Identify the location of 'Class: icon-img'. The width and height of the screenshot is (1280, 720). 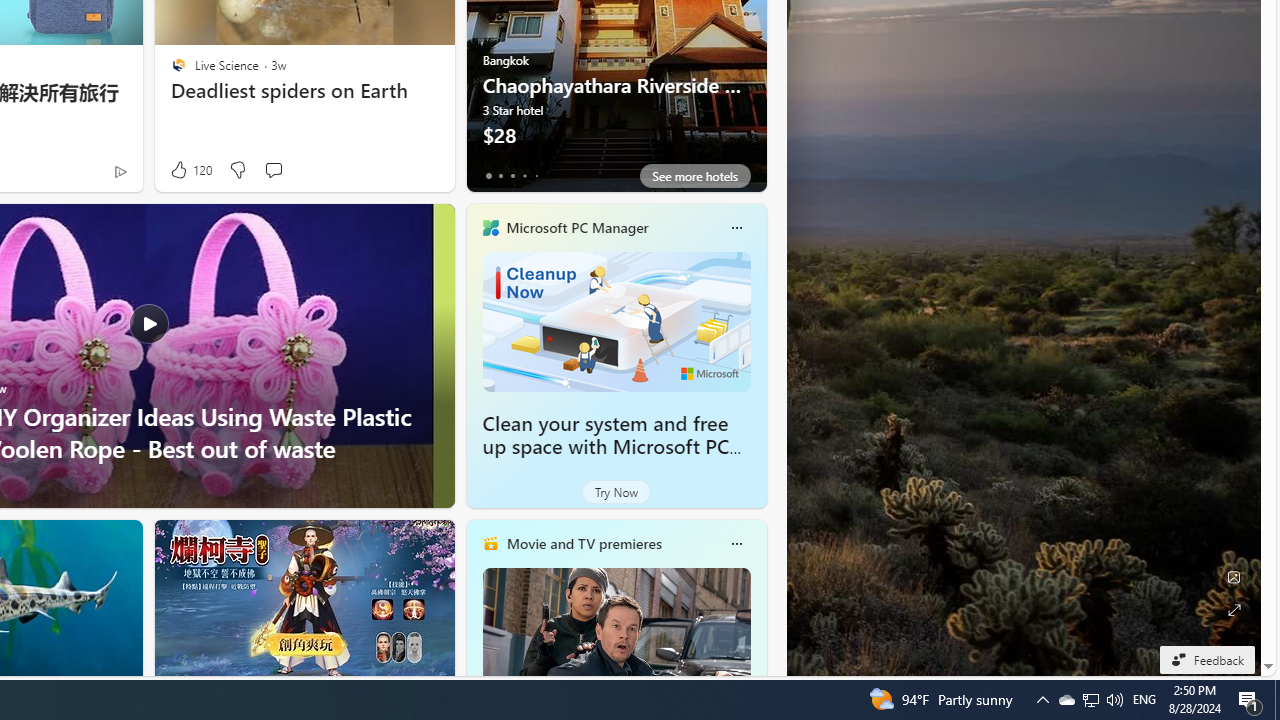
(735, 543).